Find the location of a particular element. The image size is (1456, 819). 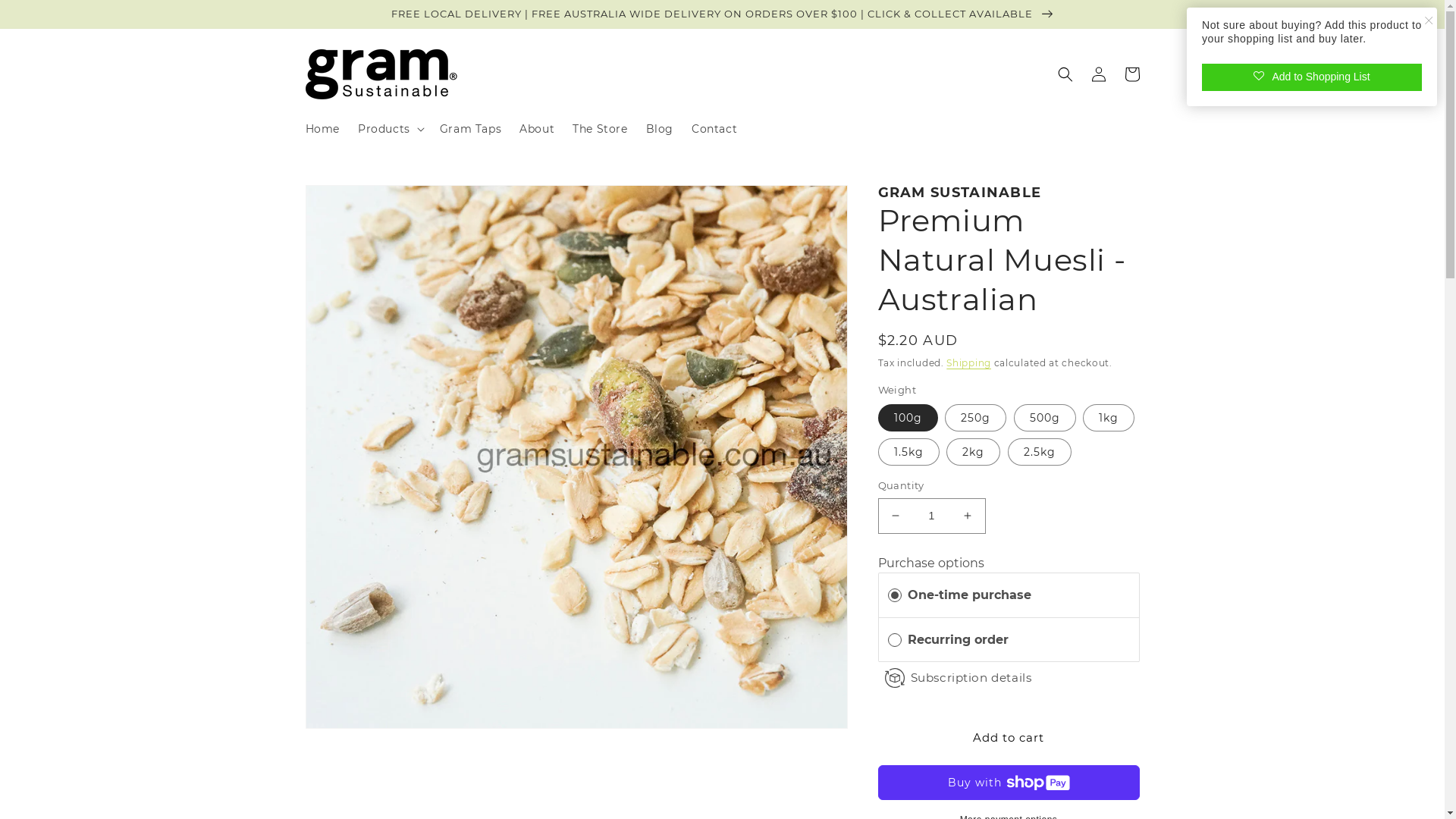

'Subscription details' is located at coordinates (971, 676).